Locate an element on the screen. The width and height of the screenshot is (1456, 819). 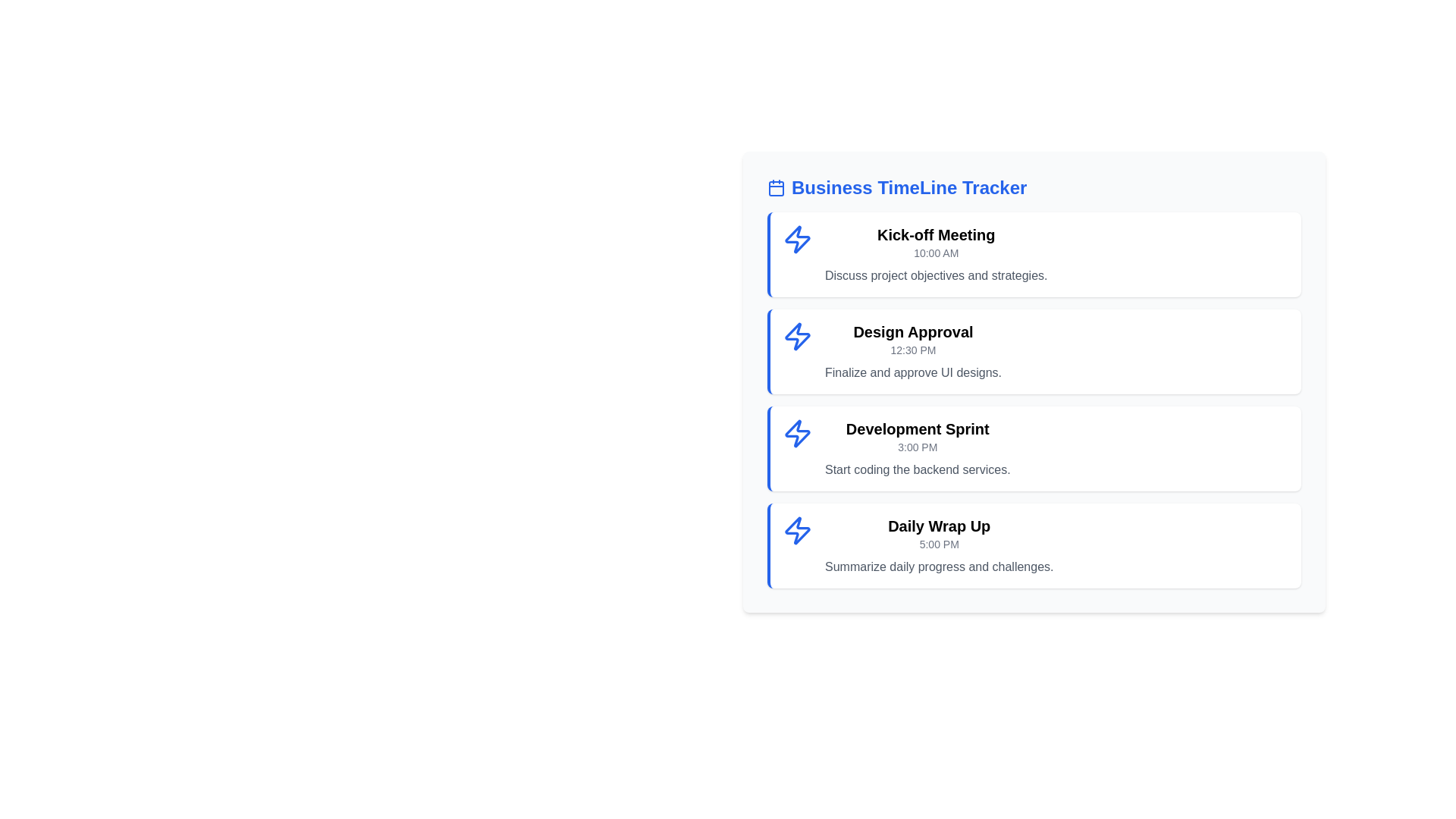
timestamp displayed in the 'Development Sprint' Text Label, which indicates the event's occurrence at 3:00 PM is located at coordinates (917, 447).